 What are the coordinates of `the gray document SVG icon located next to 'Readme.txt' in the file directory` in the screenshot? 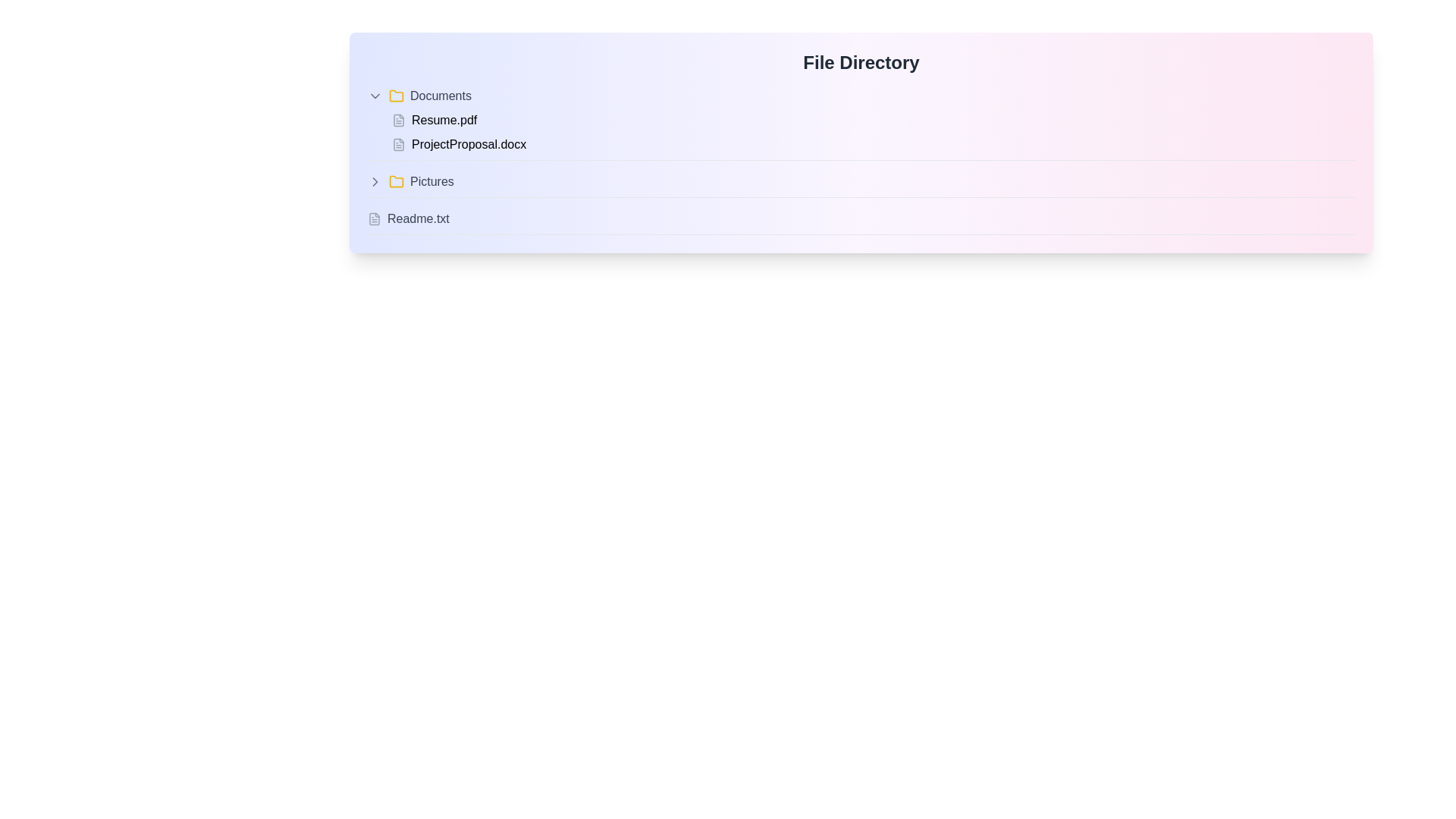 It's located at (375, 219).